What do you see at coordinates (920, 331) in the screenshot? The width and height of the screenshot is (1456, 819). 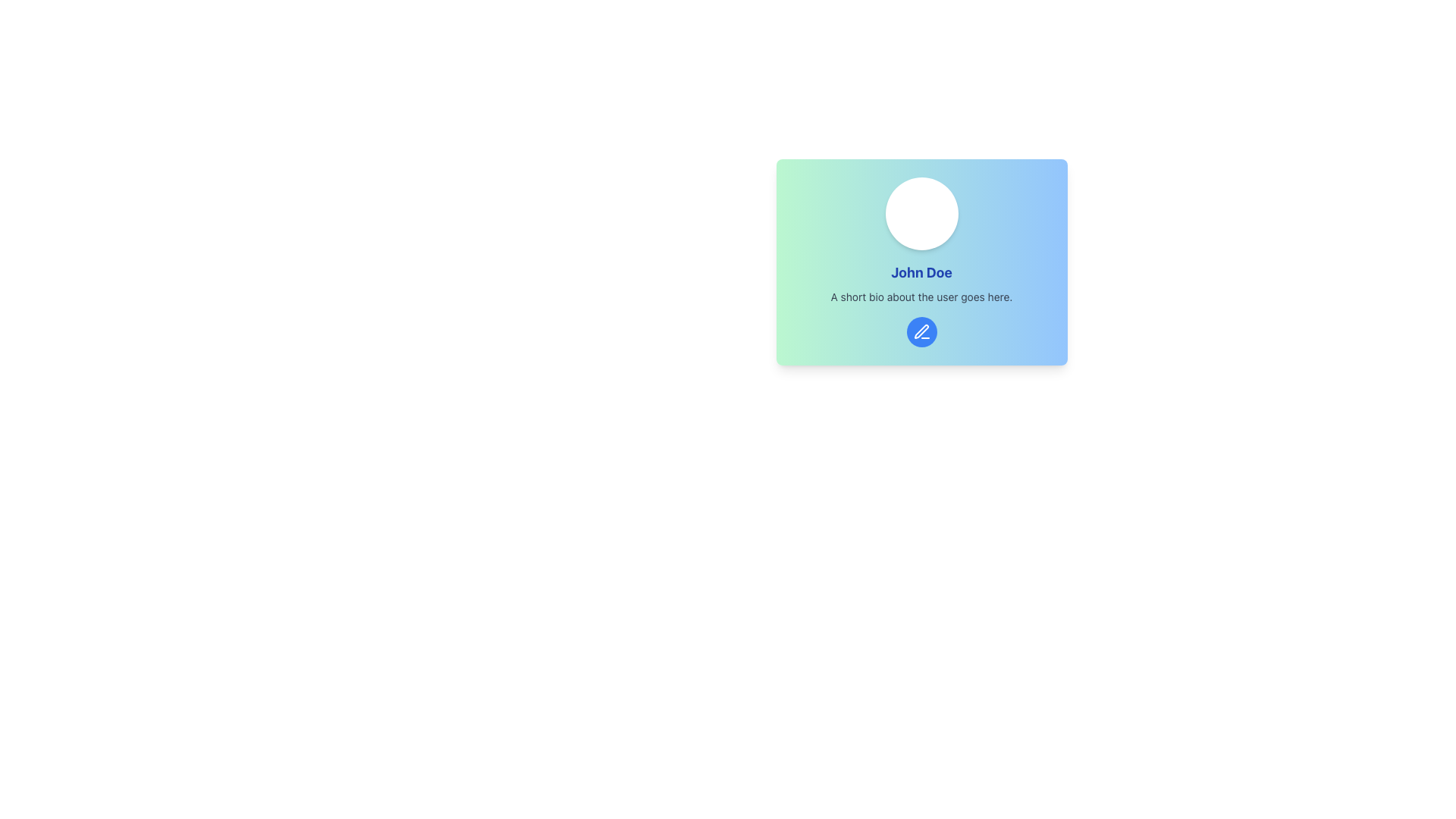 I see `the 'pen' or 'edit' icon located at the center-bottom of the card` at bounding box center [920, 331].